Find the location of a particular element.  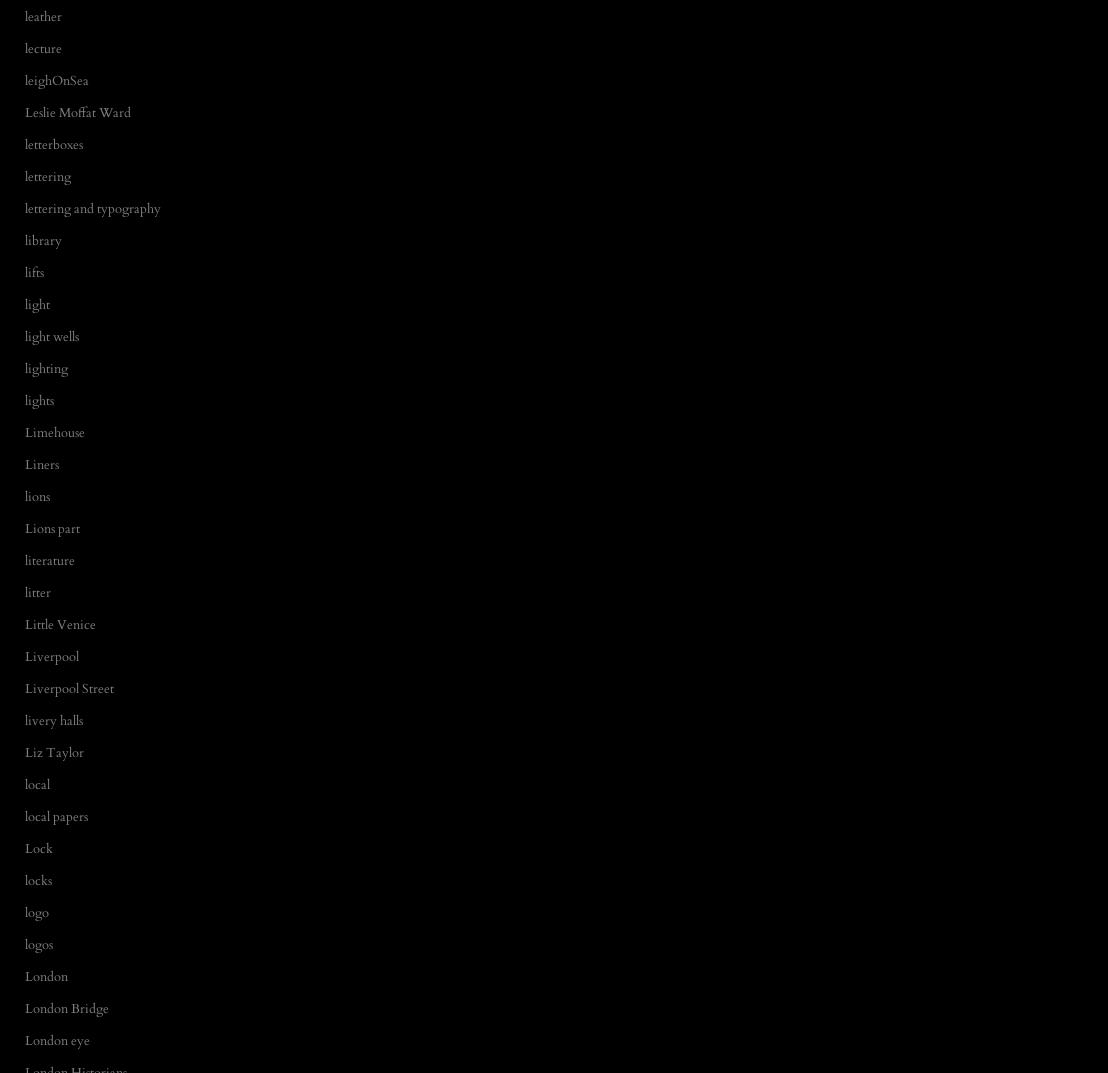

'Liverpool Street' is located at coordinates (68, 688).